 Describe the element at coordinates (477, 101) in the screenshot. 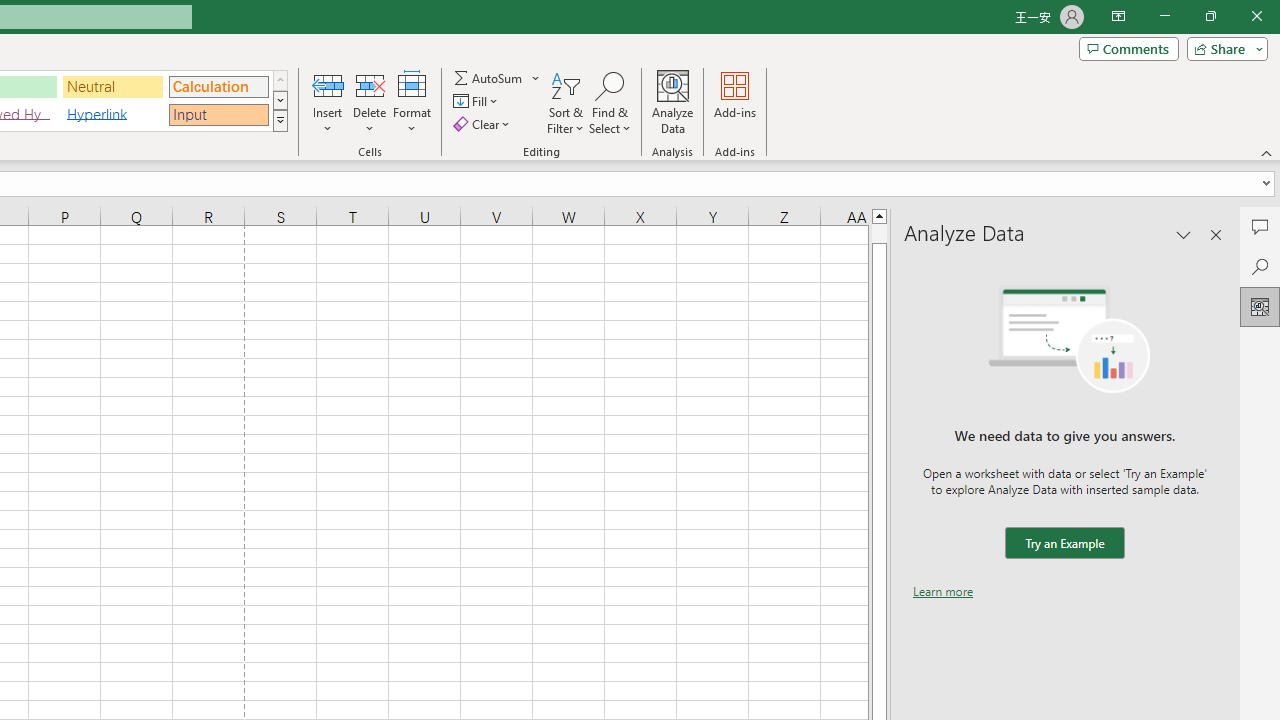

I see `'Fill'` at that location.